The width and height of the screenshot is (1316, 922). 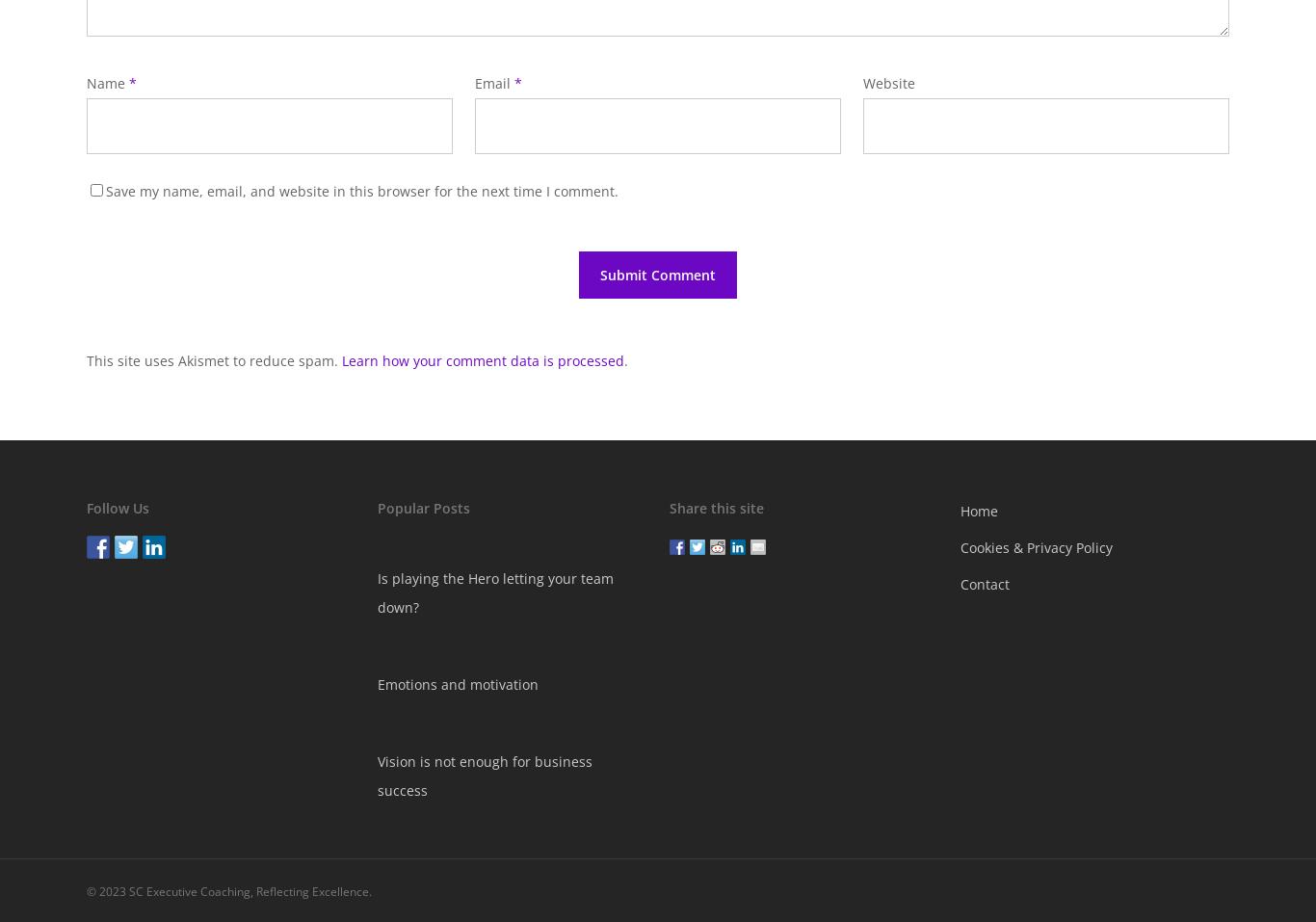 What do you see at coordinates (979, 511) in the screenshot?
I see `'Home'` at bounding box center [979, 511].